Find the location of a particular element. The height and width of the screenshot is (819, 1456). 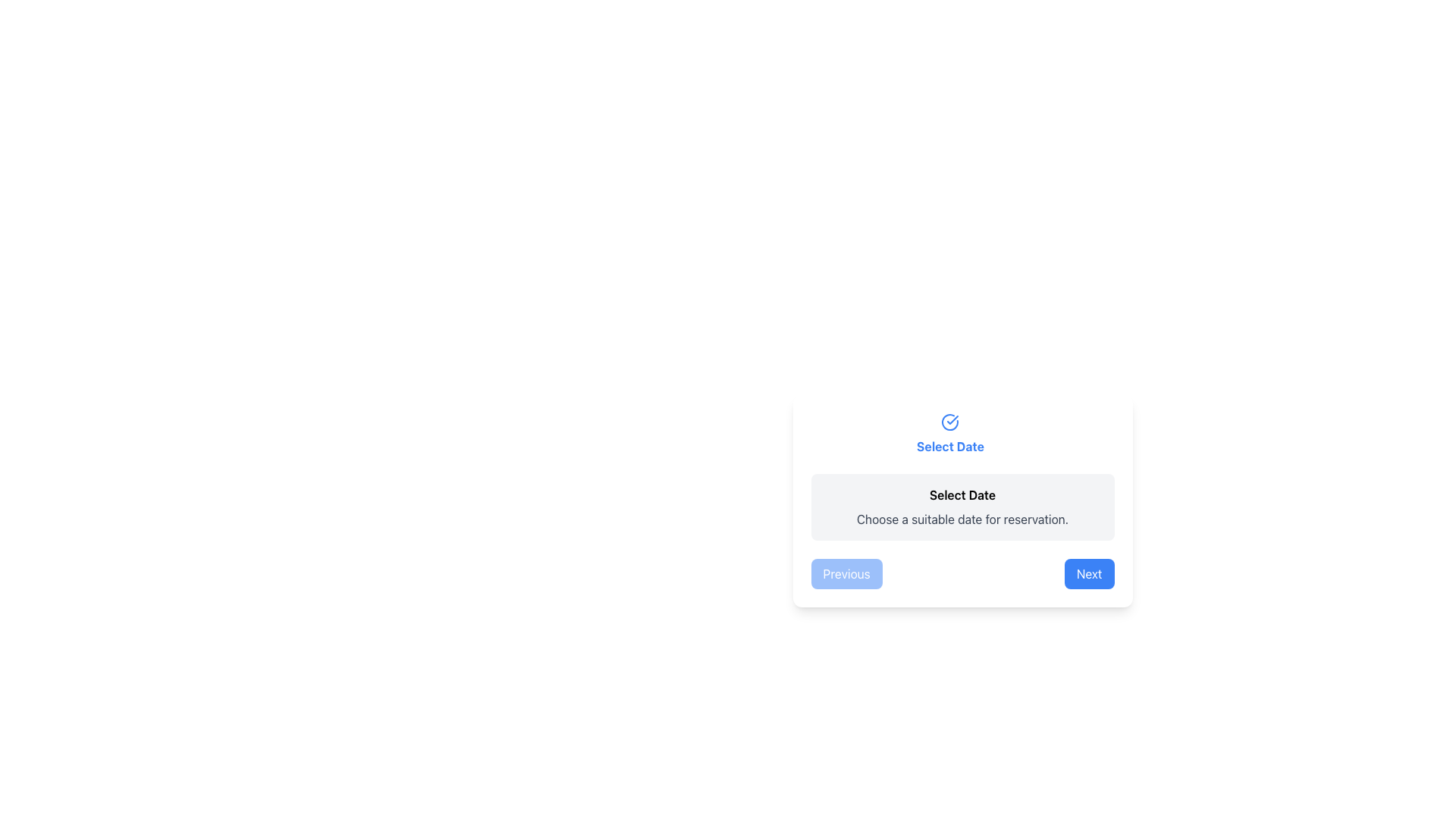

the Text Label that provides guidance for selecting a date for a reservation, positioned beneath the title 'Select Date' is located at coordinates (962, 519).